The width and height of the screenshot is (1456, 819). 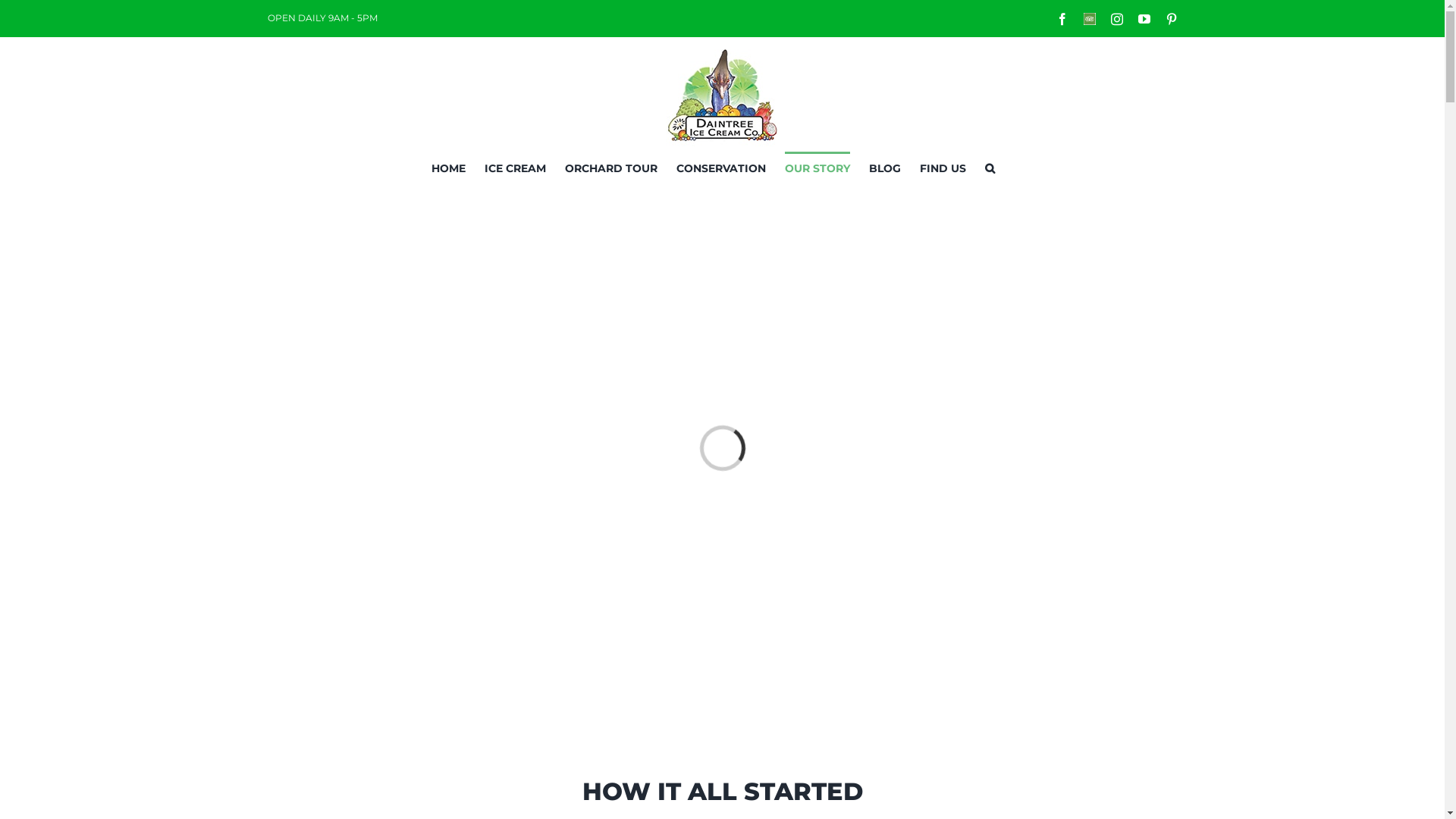 What do you see at coordinates (989, 166) in the screenshot?
I see `'Search'` at bounding box center [989, 166].